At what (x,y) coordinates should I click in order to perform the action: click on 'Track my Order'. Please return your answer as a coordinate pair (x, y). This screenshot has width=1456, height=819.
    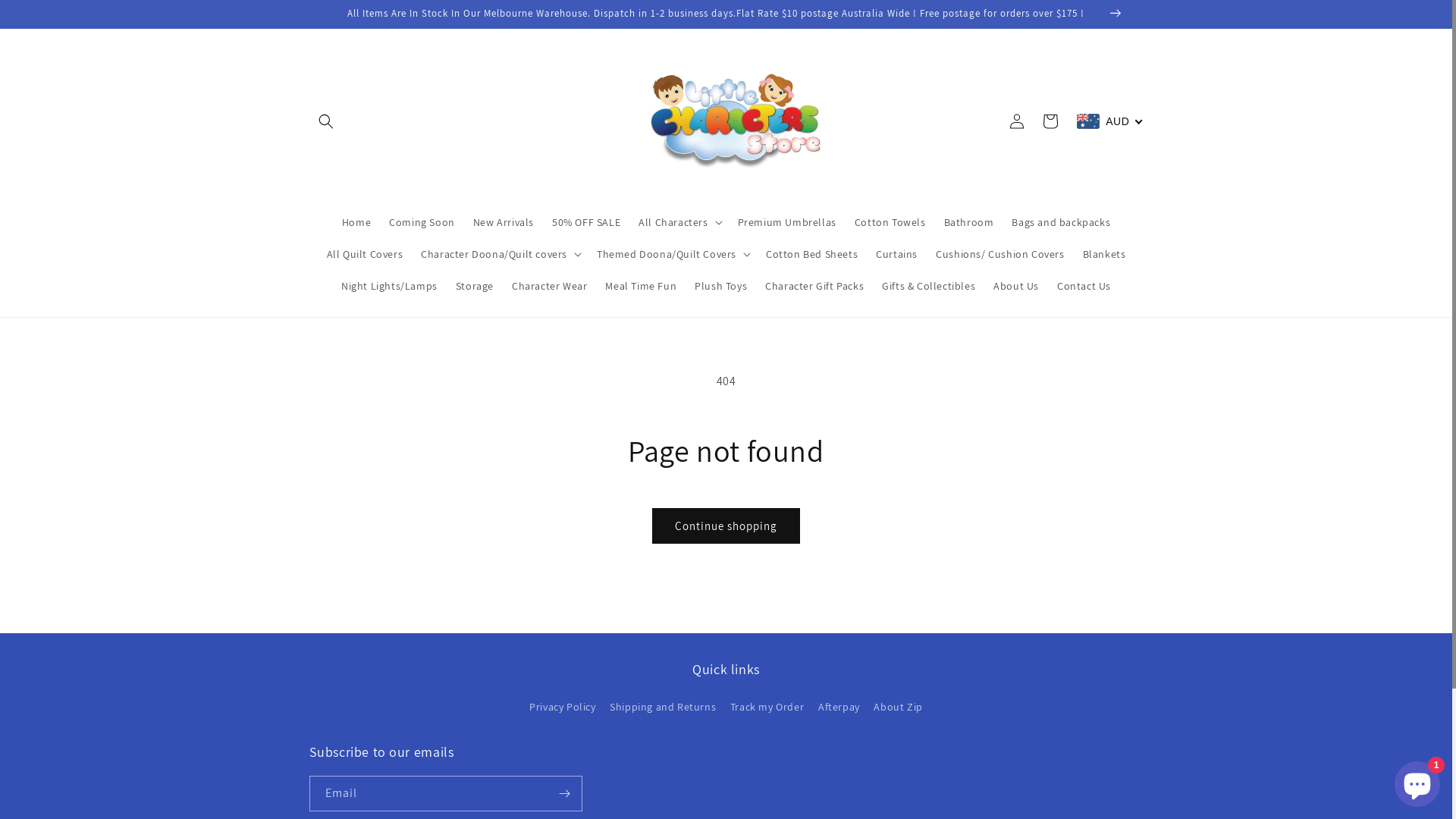
    Looking at the image, I should click on (767, 707).